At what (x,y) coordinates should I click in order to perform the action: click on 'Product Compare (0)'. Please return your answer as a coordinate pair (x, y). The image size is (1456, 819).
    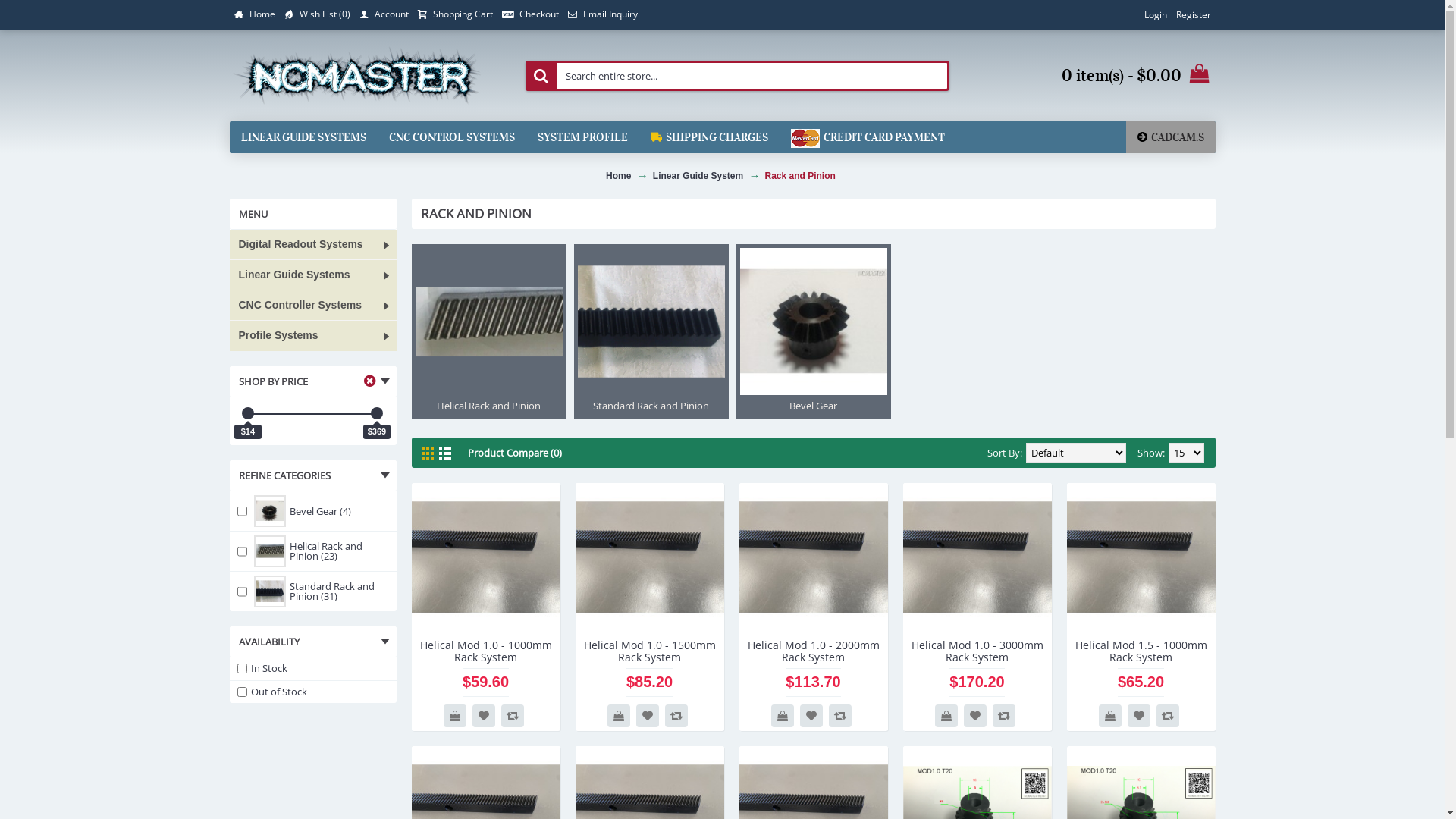
    Looking at the image, I should click on (513, 452).